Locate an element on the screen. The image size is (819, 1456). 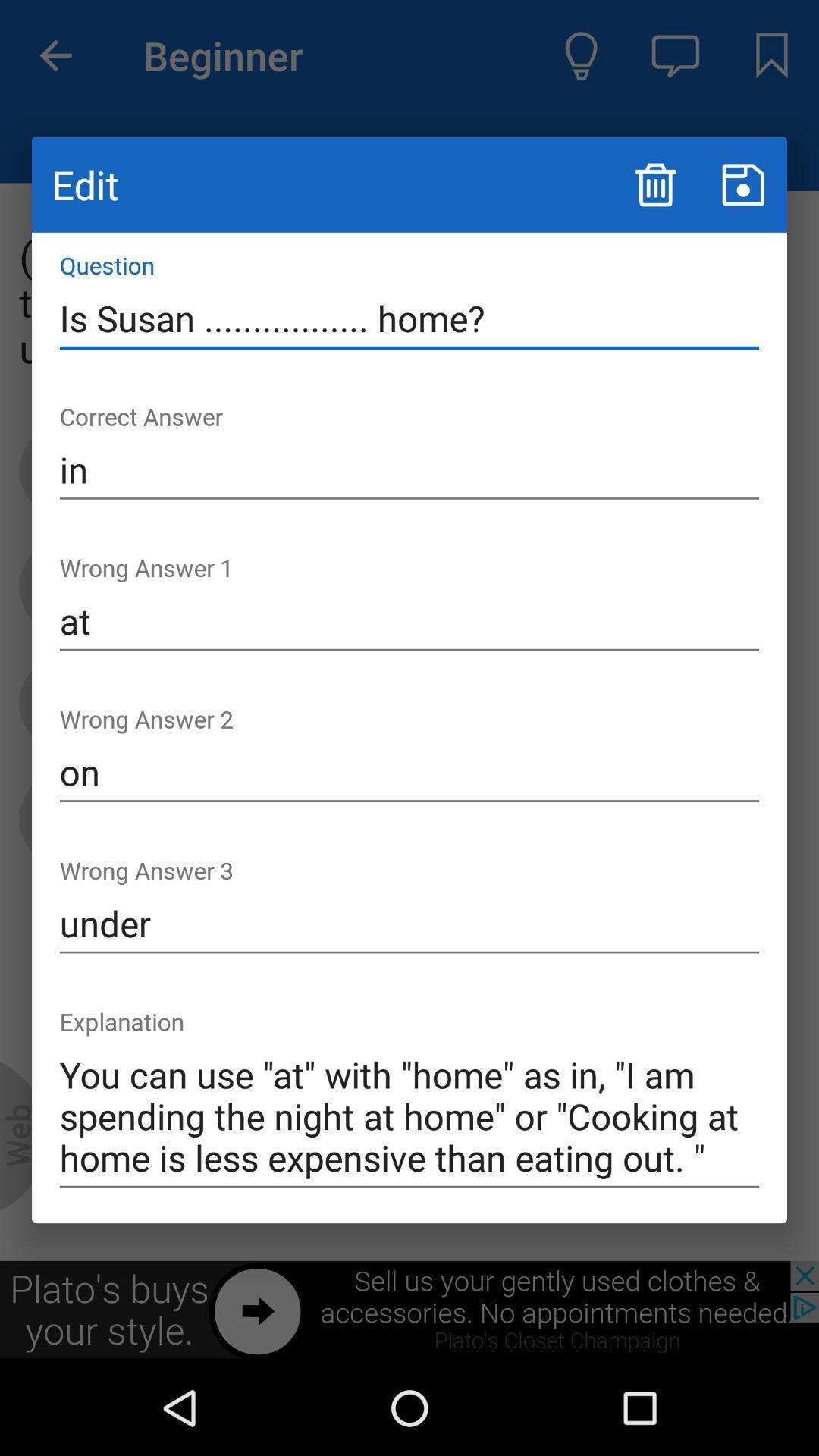
the under icon is located at coordinates (409, 923).